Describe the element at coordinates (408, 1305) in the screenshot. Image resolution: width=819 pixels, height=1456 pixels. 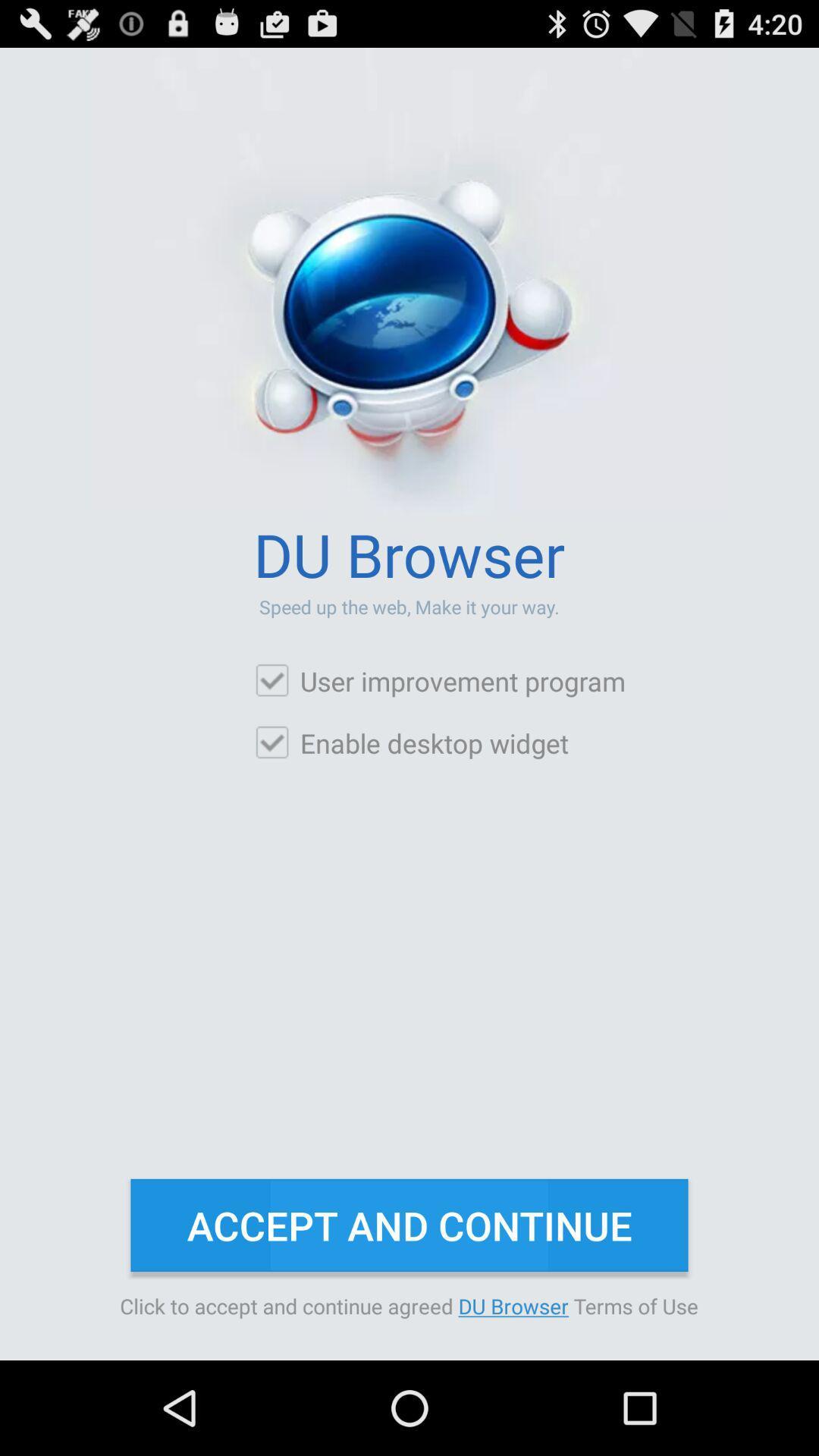
I see `the click to accept icon` at that location.